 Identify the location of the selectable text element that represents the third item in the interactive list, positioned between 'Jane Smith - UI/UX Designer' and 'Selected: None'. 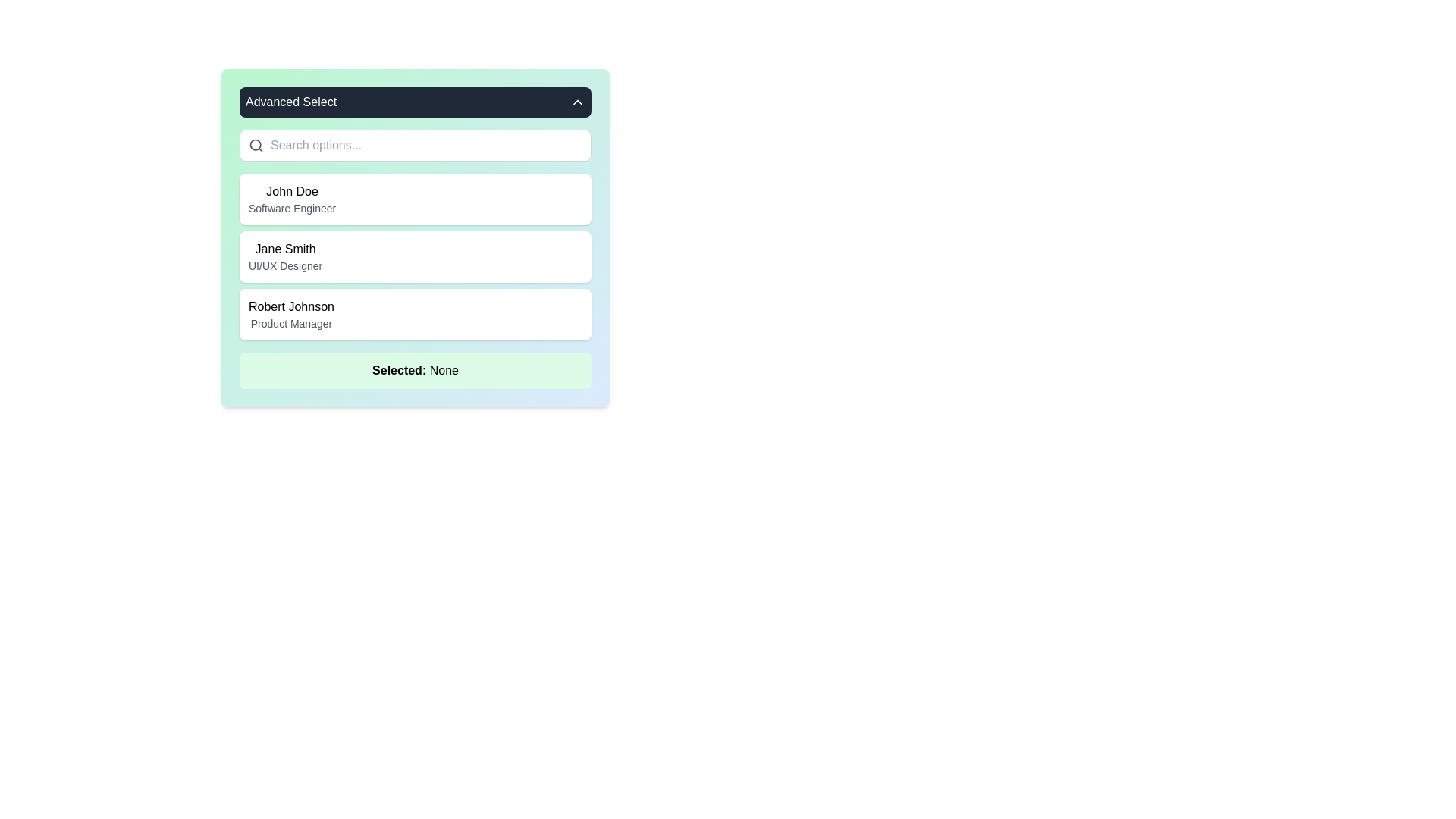
(291, 314).